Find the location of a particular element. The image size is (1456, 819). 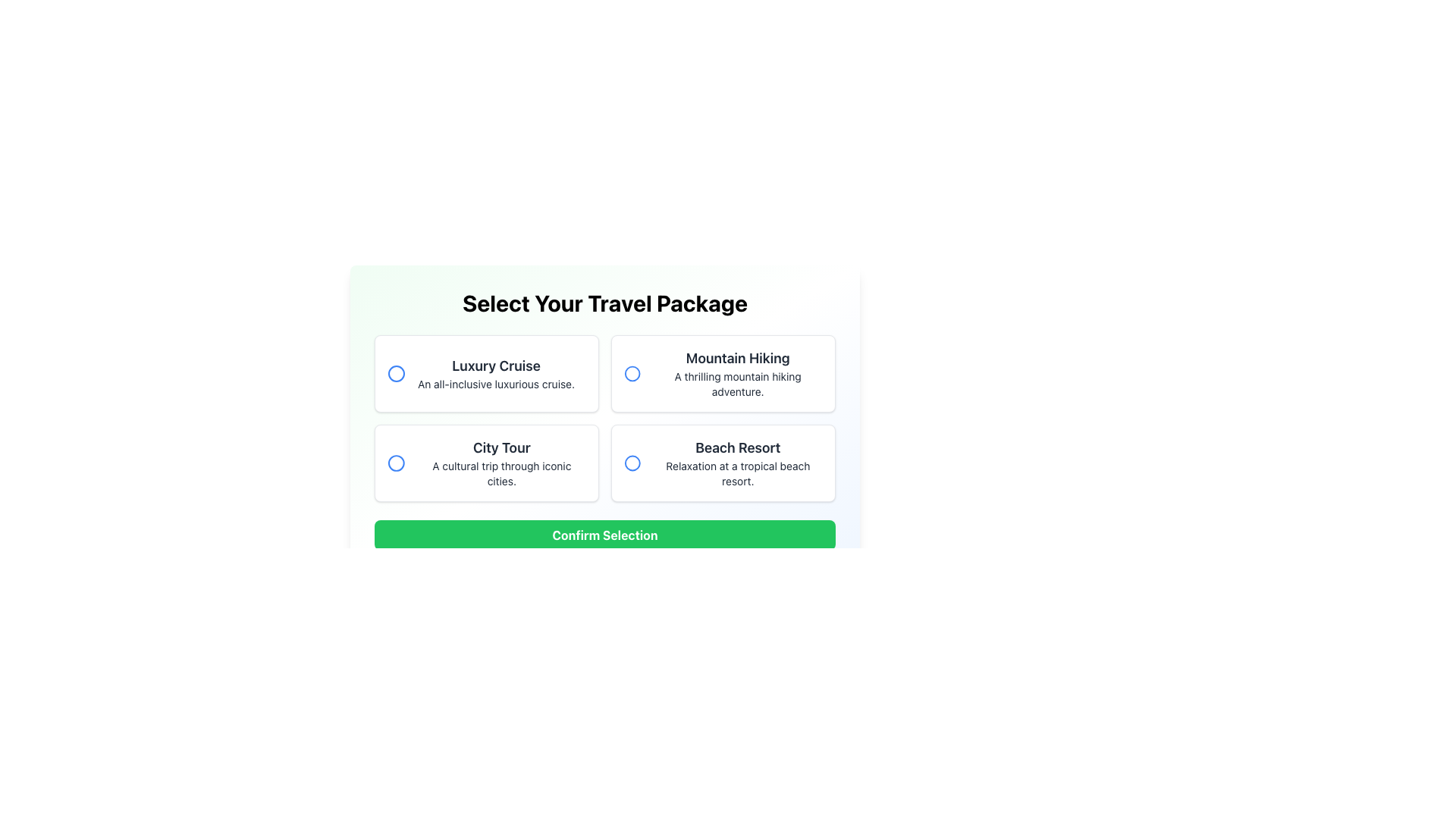

the circular radio button indicator for the 'Mountain Hiking' option is located at coordinates (632, 374).